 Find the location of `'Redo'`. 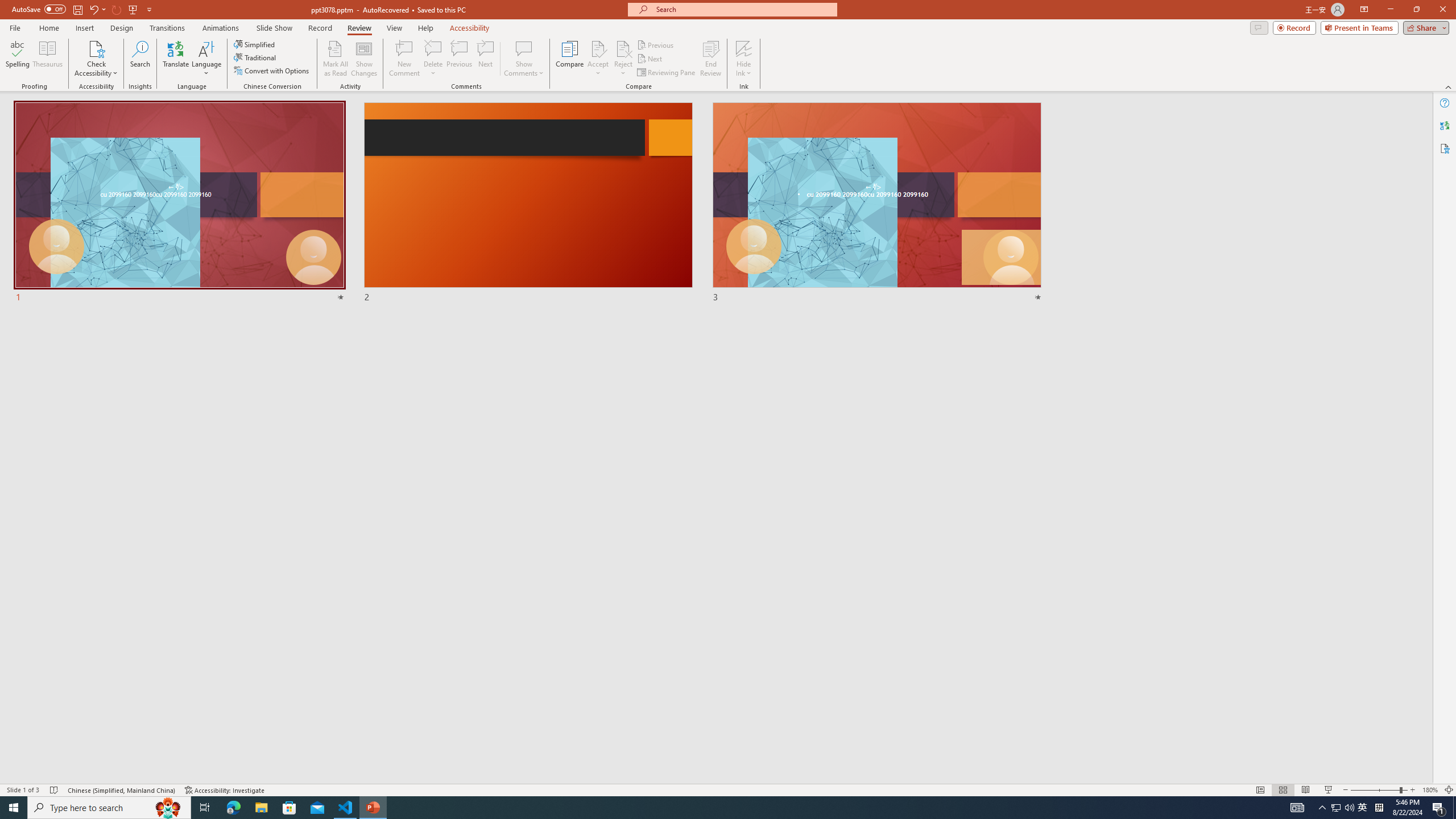

'Redo' is located at coordinates (117, 9).